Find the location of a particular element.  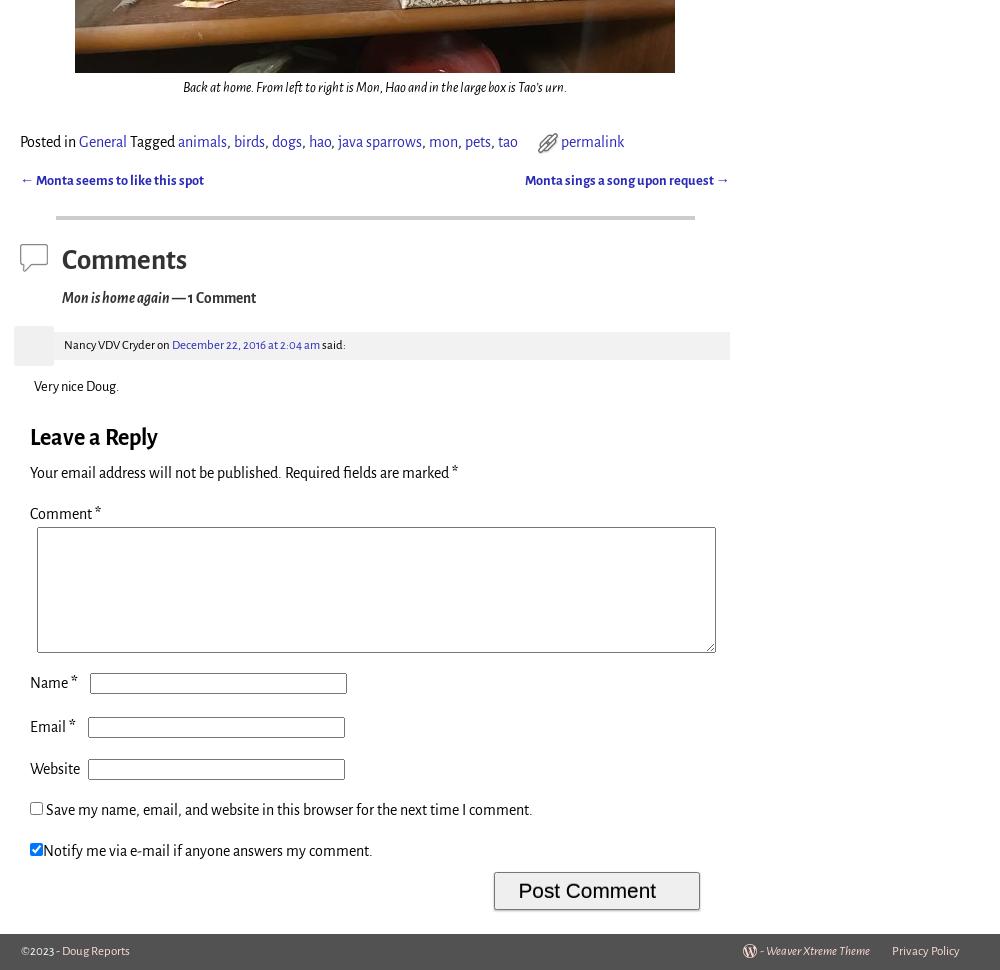

'animals' is located at coordinates (201, 142).